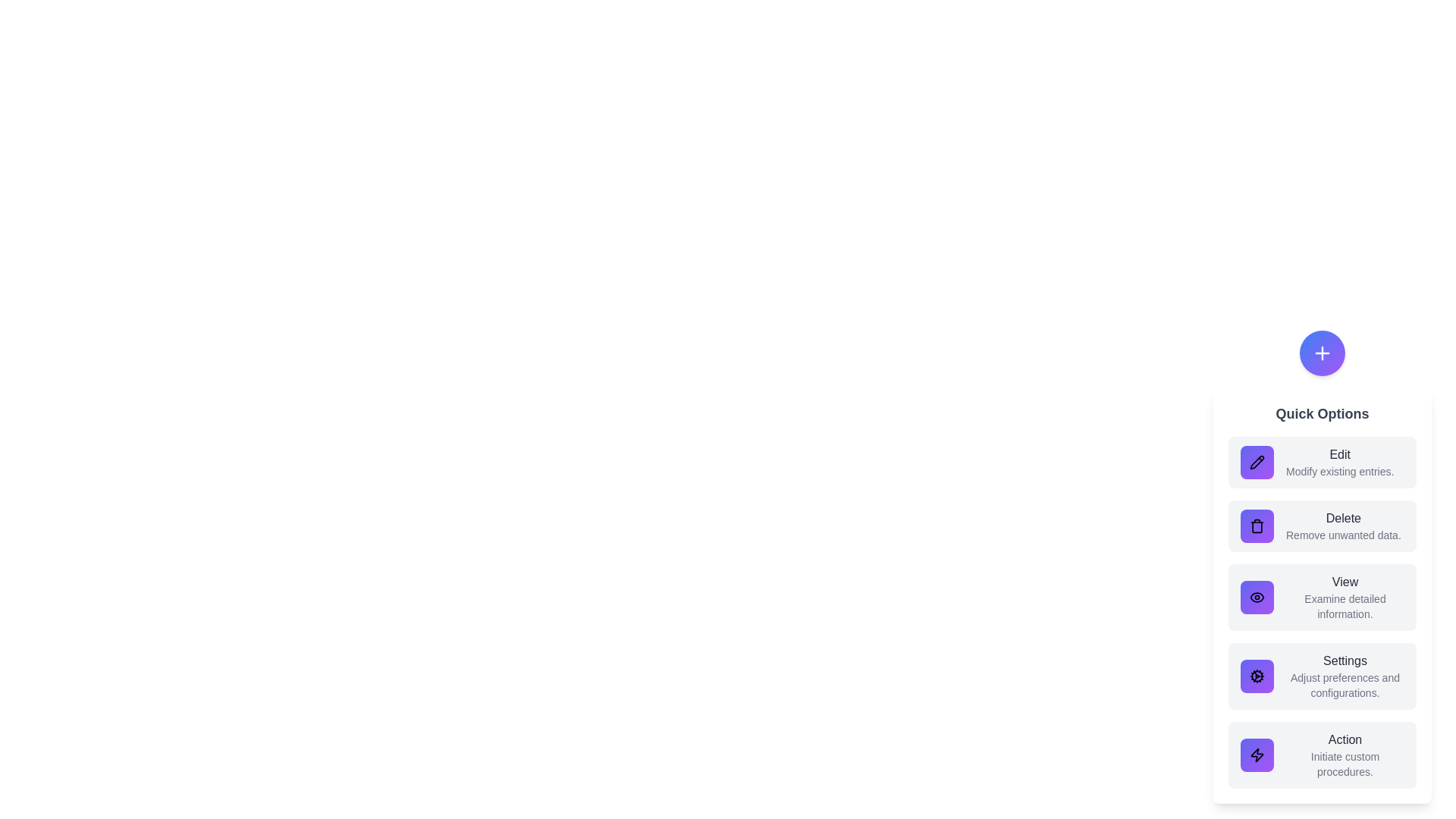 This screenshot has width=1456, height=819. What do you see at coordinates (1321, 675) in the screenshot?
I see `the option Settings to observe its hover effect` at bounding box center [1321, 675].